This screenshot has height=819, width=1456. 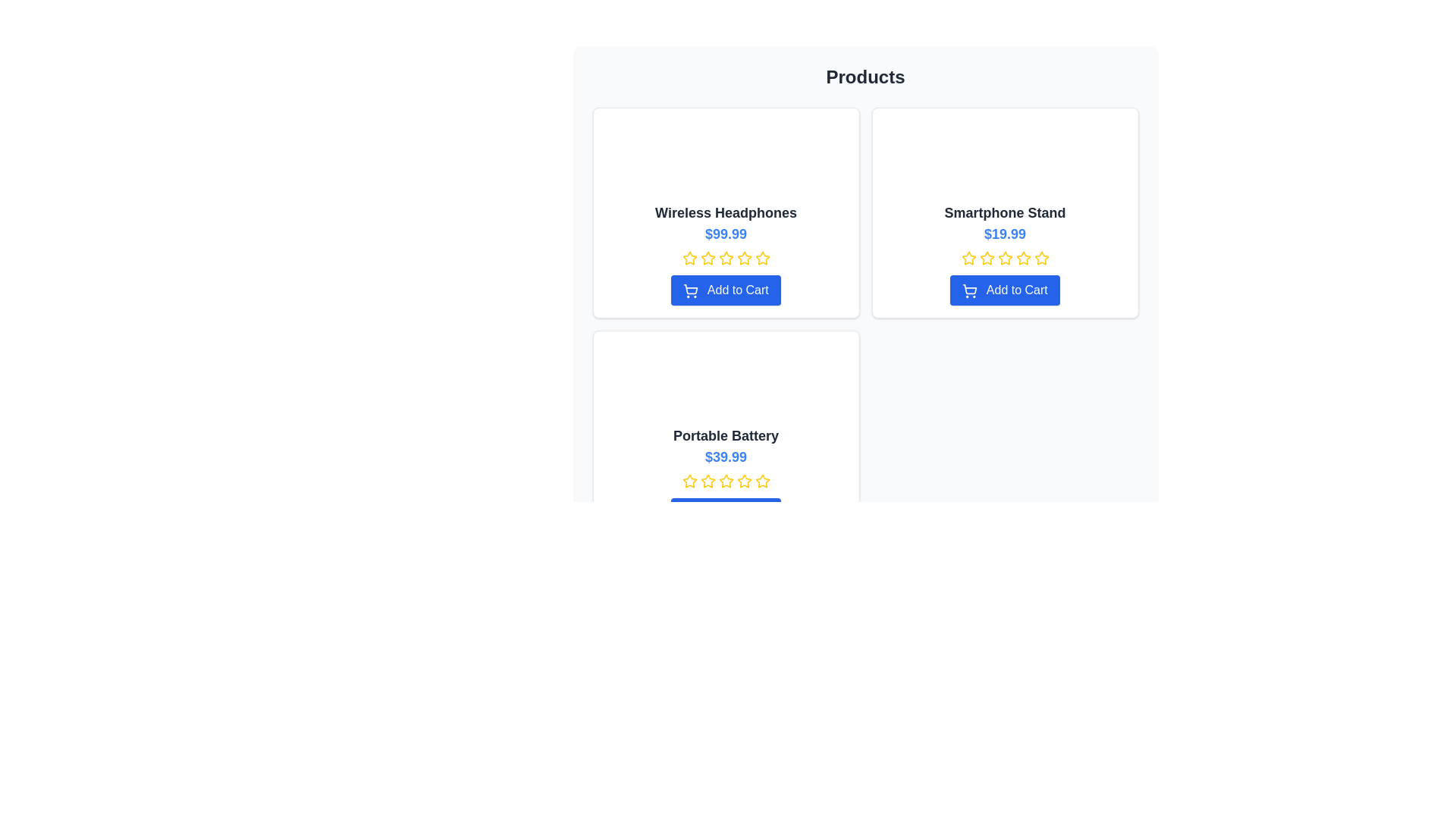 I want to click on the fourth star in the star rating icon group to rate the product 'Portable Battery.', so click(x=725, y=481).